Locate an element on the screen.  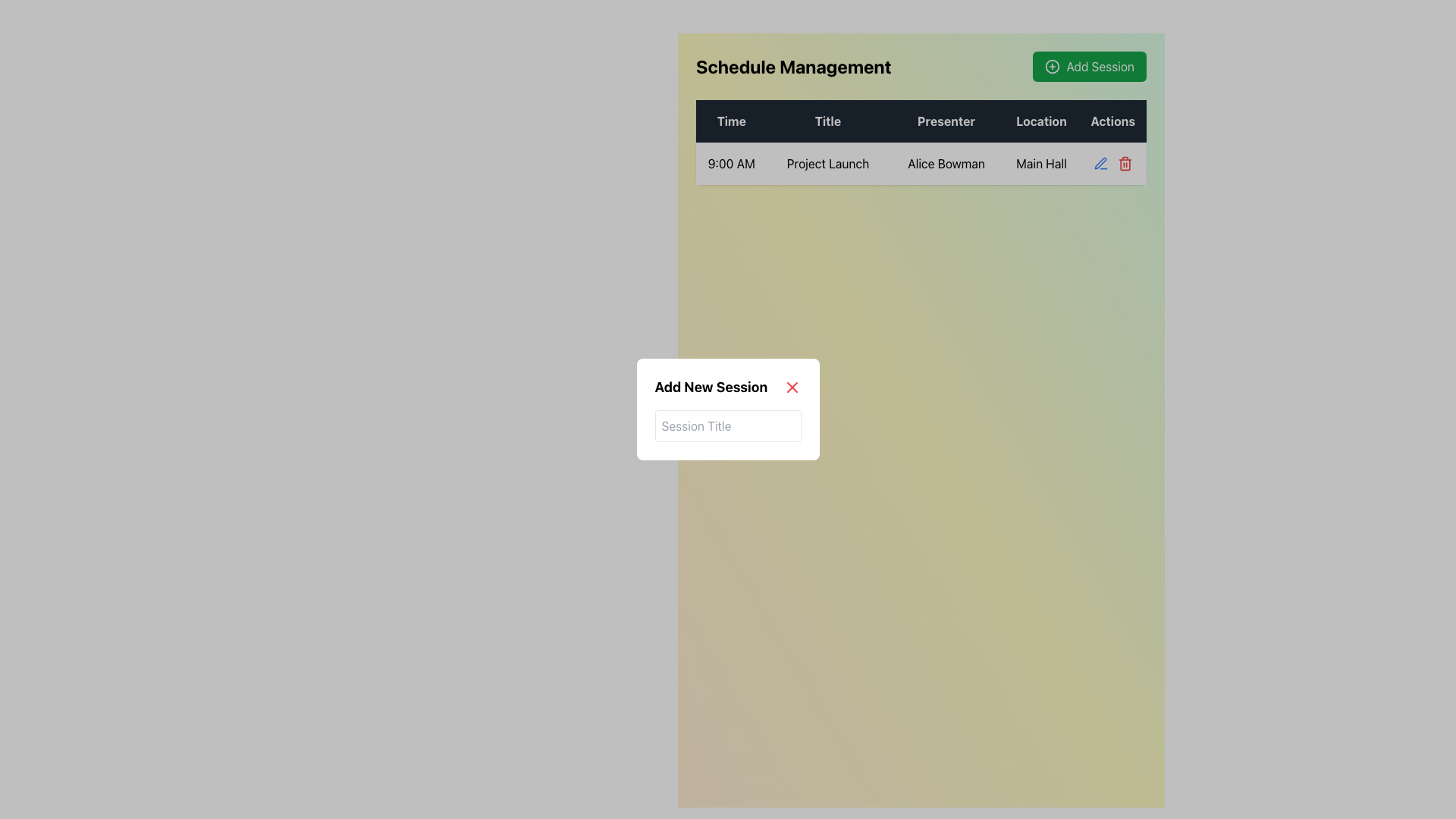
the 'Presenter' section of the header label in the Schedule Management table, which is part of a horizontal header bar with a dark gray background and white text is located at coordinates (920, 120).